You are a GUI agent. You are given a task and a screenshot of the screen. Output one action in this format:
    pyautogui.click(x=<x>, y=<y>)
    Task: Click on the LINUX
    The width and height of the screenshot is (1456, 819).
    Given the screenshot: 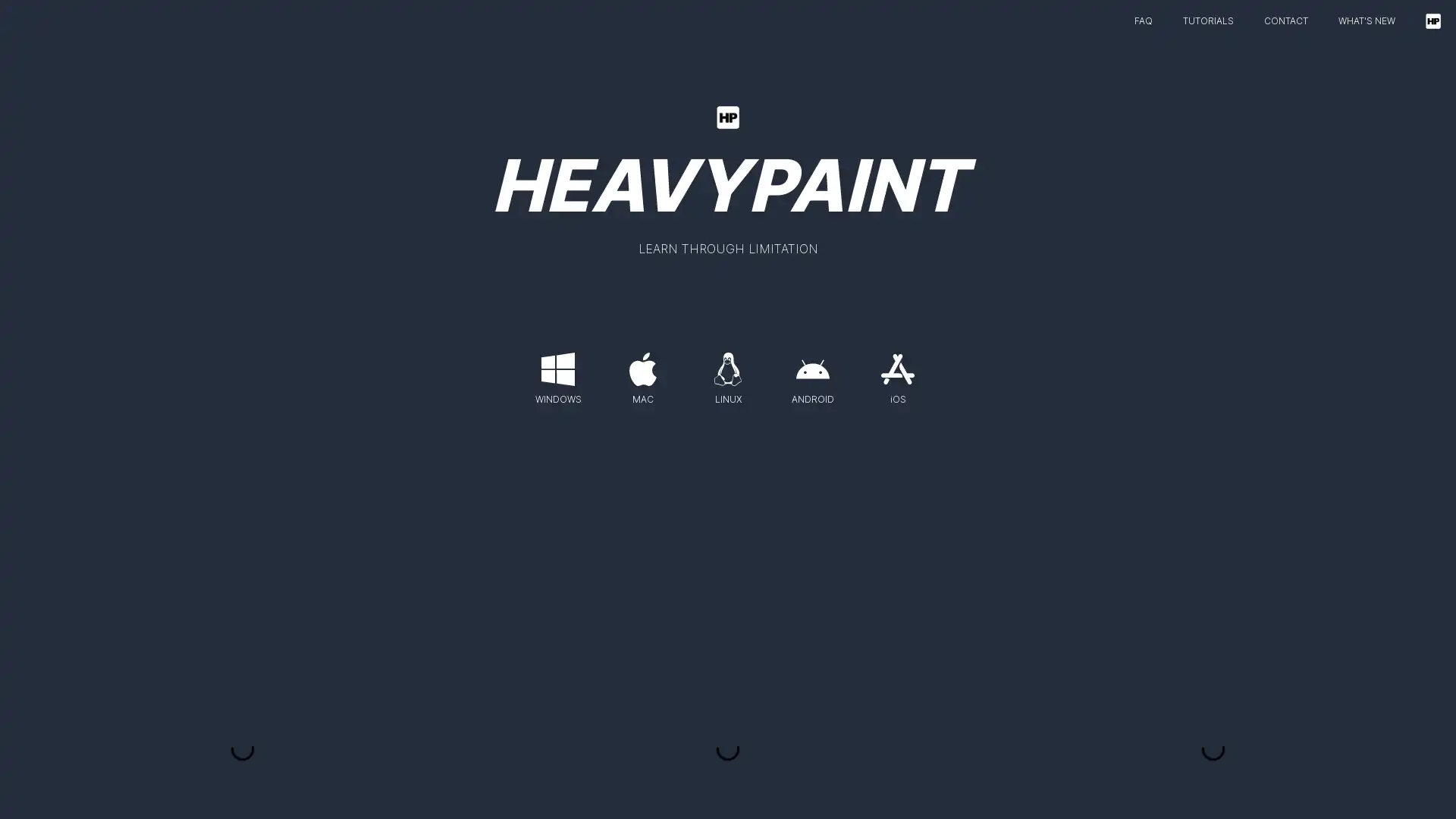 What is the action you would take?
    pyautogui.click(x=728, y=374)
    